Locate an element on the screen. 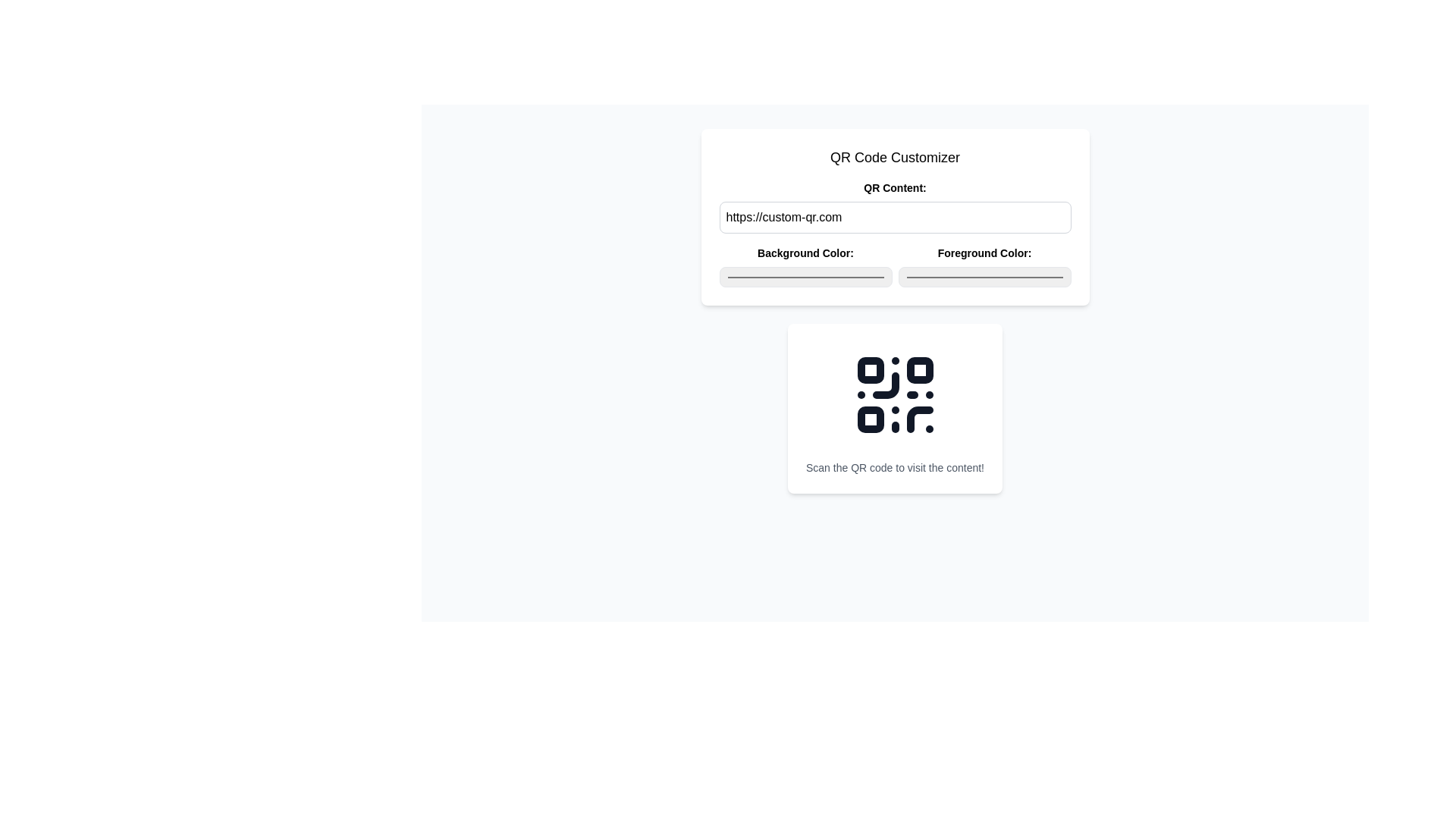 This screenshot has width=1456, height=819. the label indicating the purpose of the foreground color selection input field, which is located to the right of the 'Background Color:' label and above the color input field for 'Foreground Color:' is located at coordinates (984, 253).